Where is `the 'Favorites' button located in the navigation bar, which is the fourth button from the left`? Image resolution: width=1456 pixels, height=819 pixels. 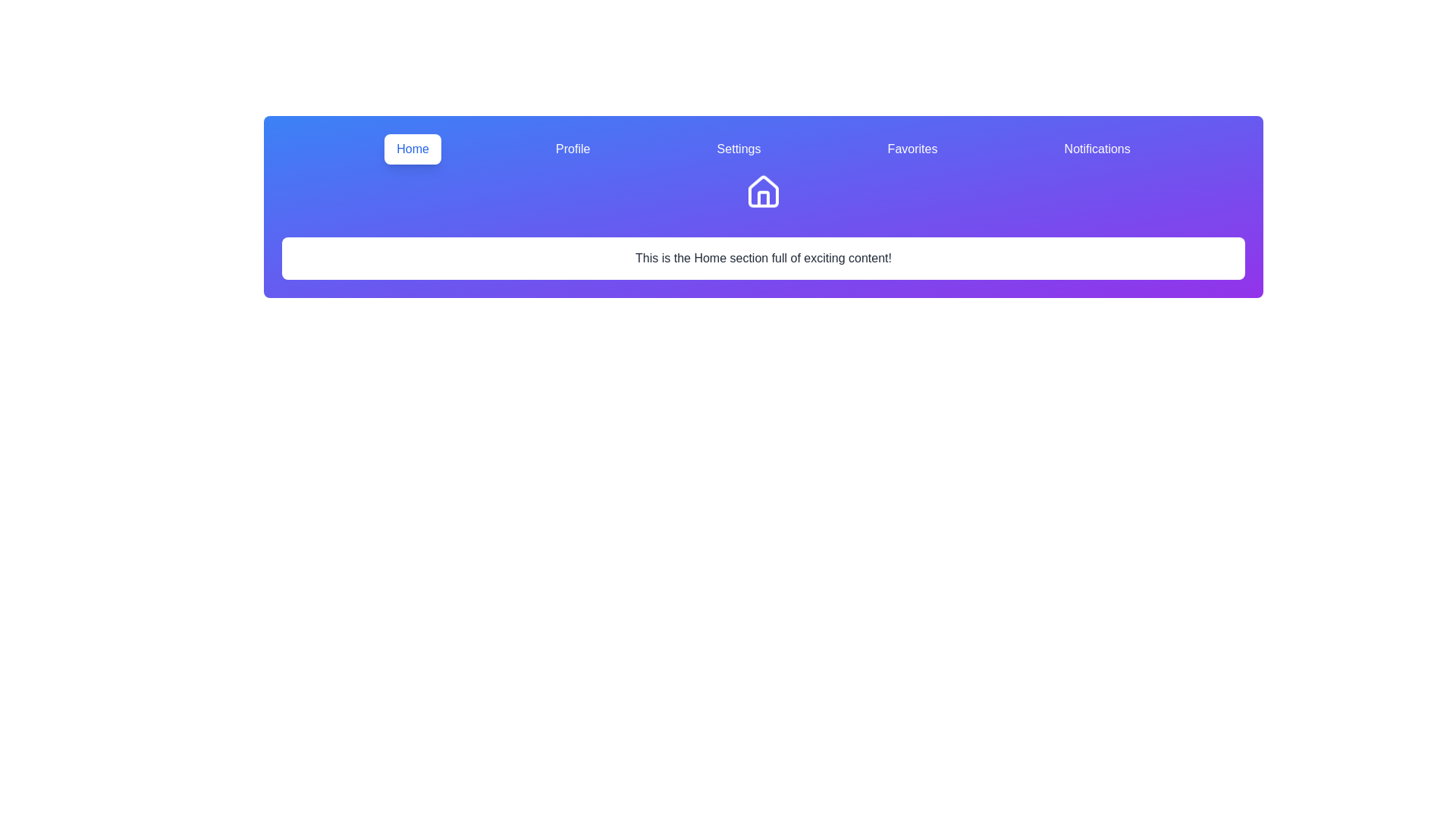 the 'Favorites' button located in the navigation bar, which is the fourth button from the left is located at coordinates (912, 149).